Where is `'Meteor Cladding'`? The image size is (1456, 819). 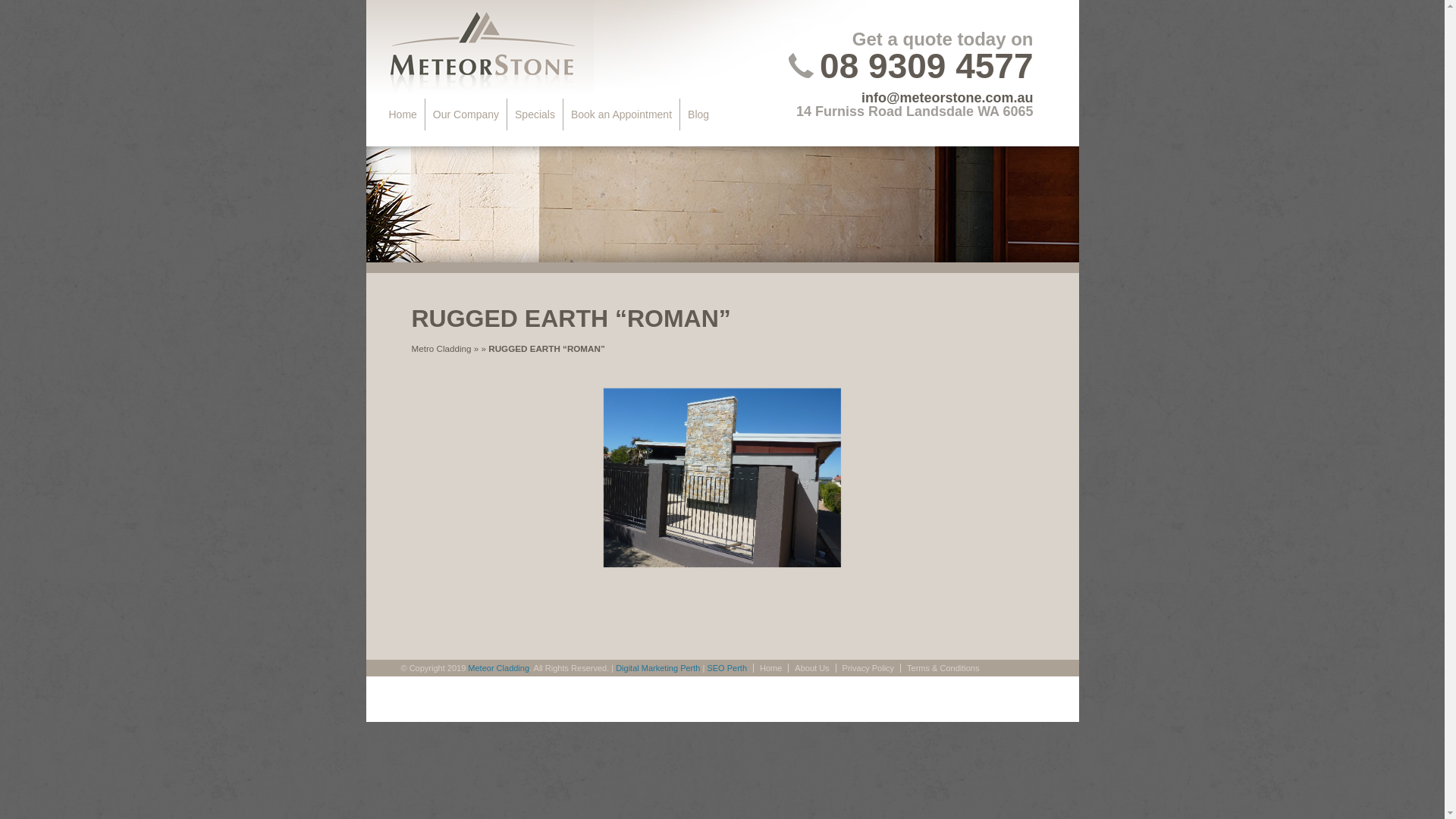 'Meteor Cladding' is located at coordinates (479, 48).